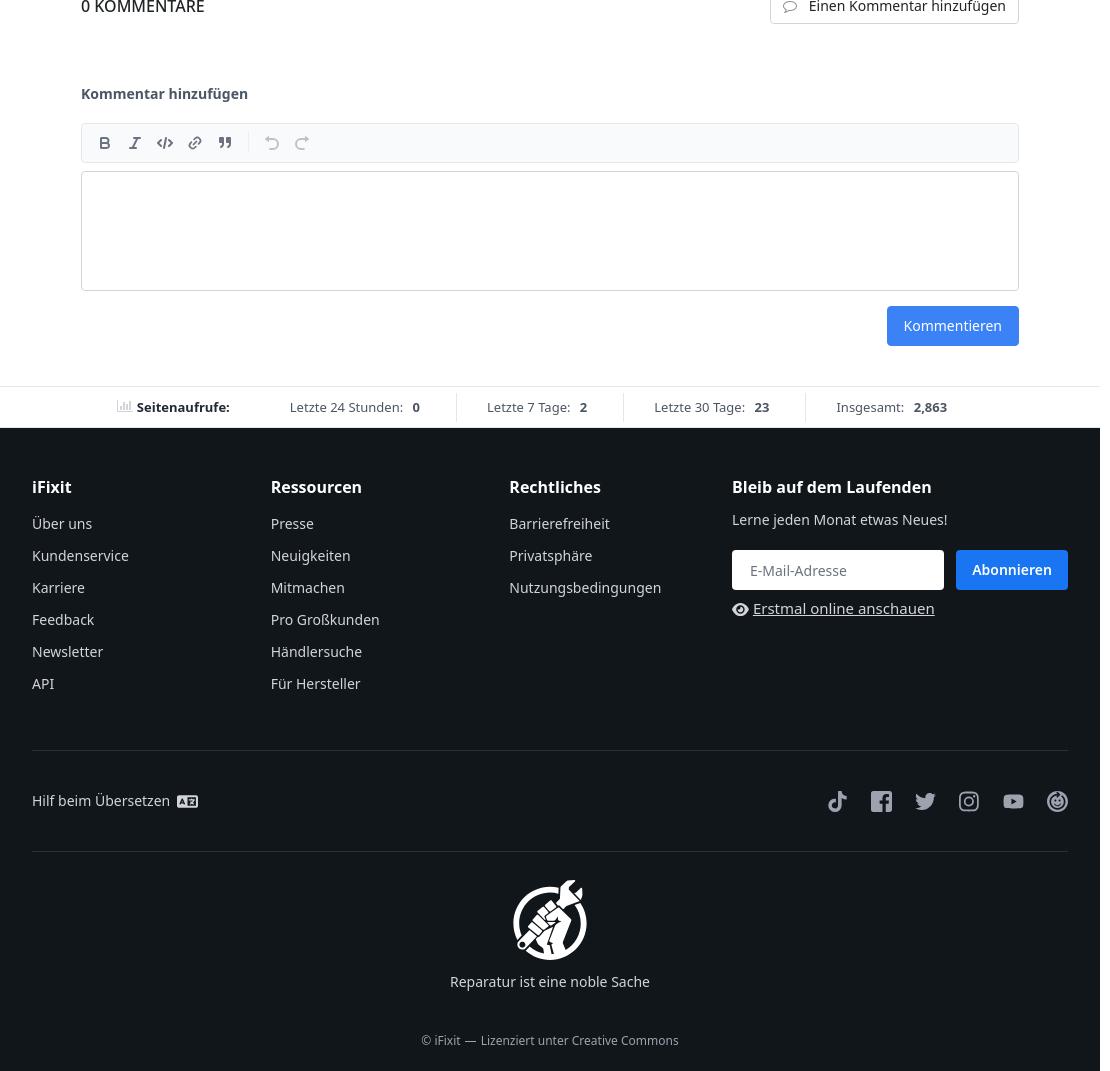 Image resolution: width=1110 pixels, height=1071 pixels. I want to click on 'Lizenziert unter Creative Commons', so click(578, 1040).